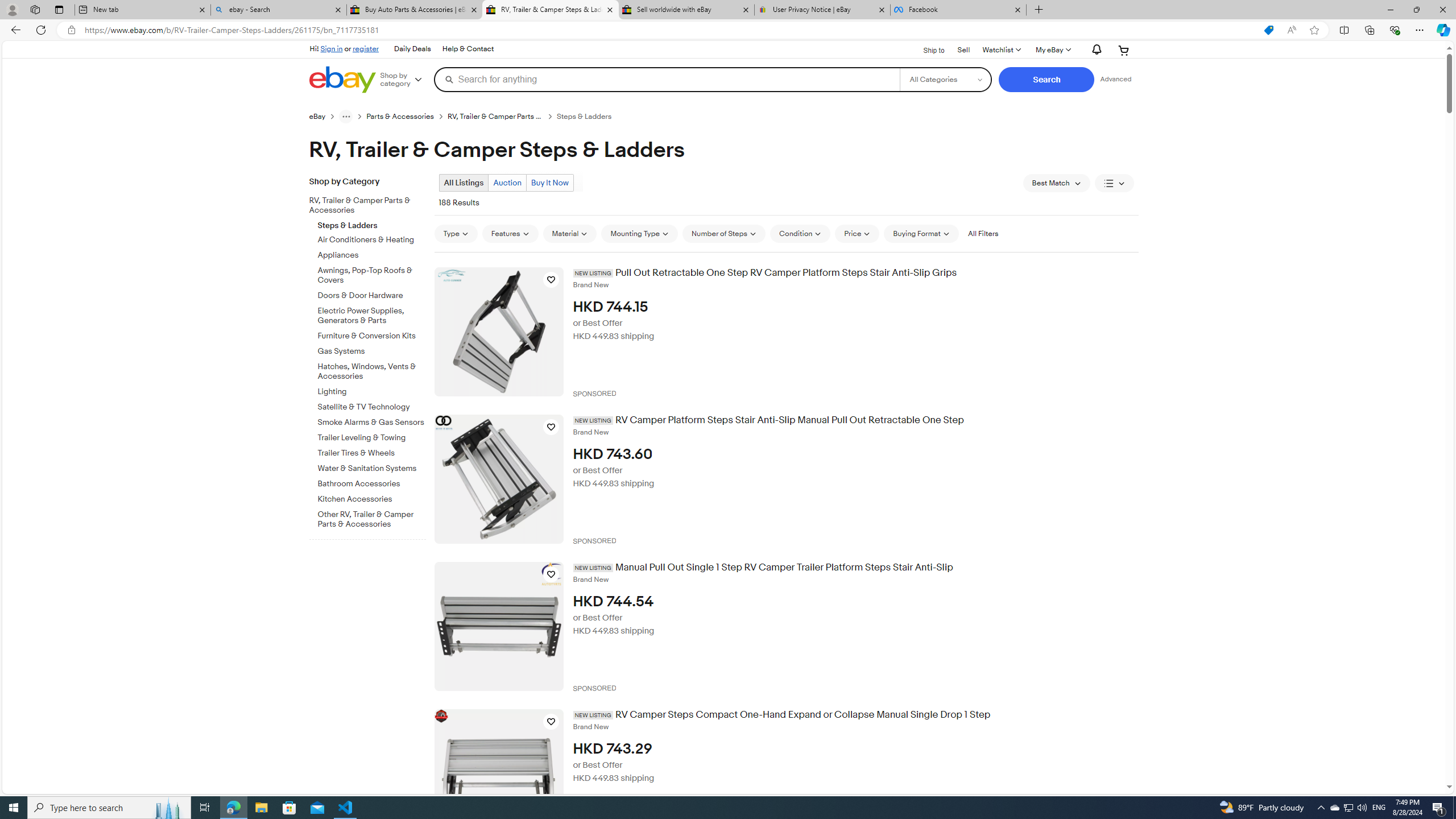 The height and width of the screenshot is (819, 1456). Describe the element at coordinates (1419, 29) in the screenshot. I see `'Settings and more (Alt+F)'` at that location.